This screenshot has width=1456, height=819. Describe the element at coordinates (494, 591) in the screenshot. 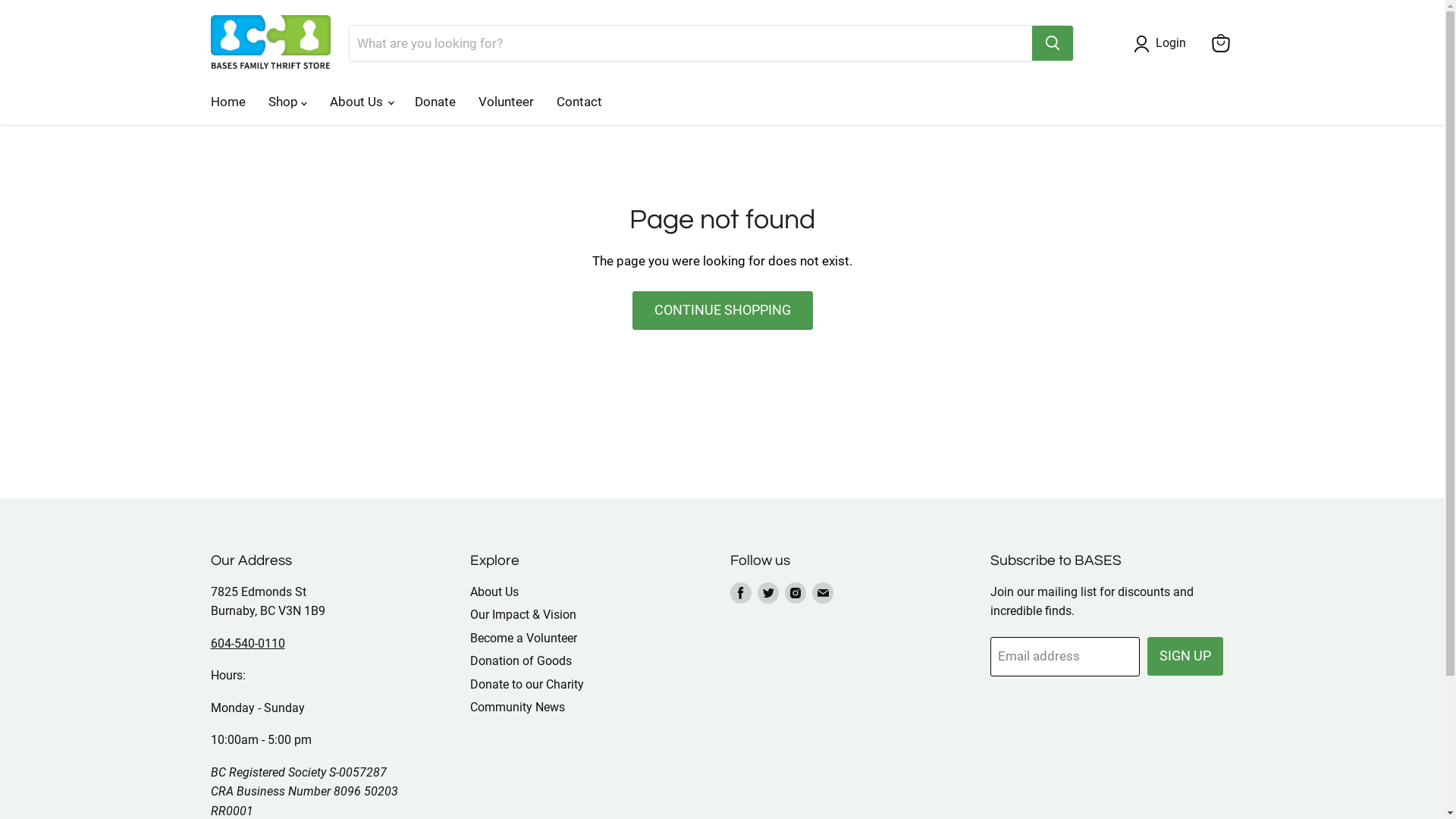

I see `'About Us'` at that location.